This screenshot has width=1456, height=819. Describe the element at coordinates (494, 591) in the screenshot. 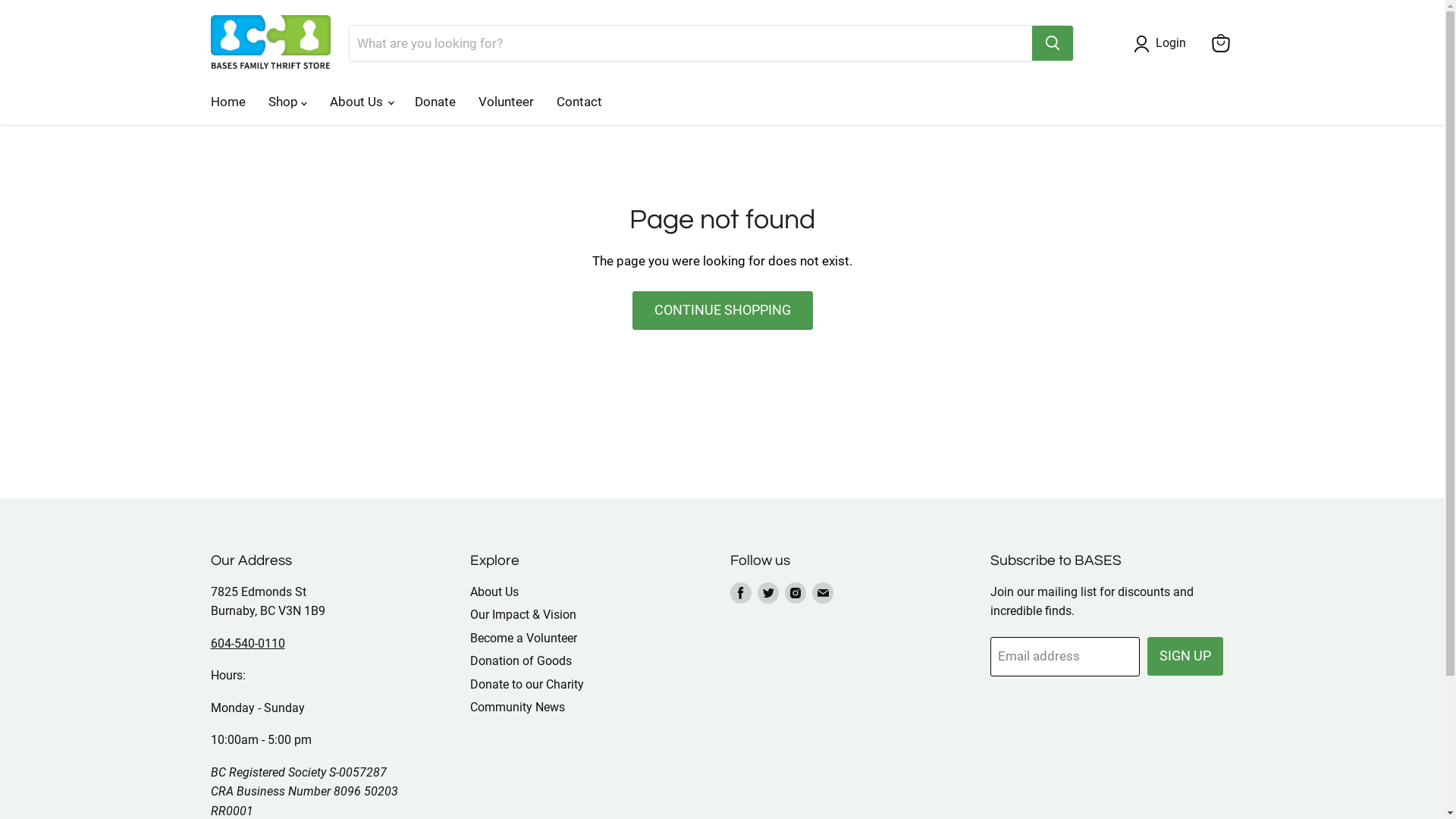

I see `'About Us'` at that location.